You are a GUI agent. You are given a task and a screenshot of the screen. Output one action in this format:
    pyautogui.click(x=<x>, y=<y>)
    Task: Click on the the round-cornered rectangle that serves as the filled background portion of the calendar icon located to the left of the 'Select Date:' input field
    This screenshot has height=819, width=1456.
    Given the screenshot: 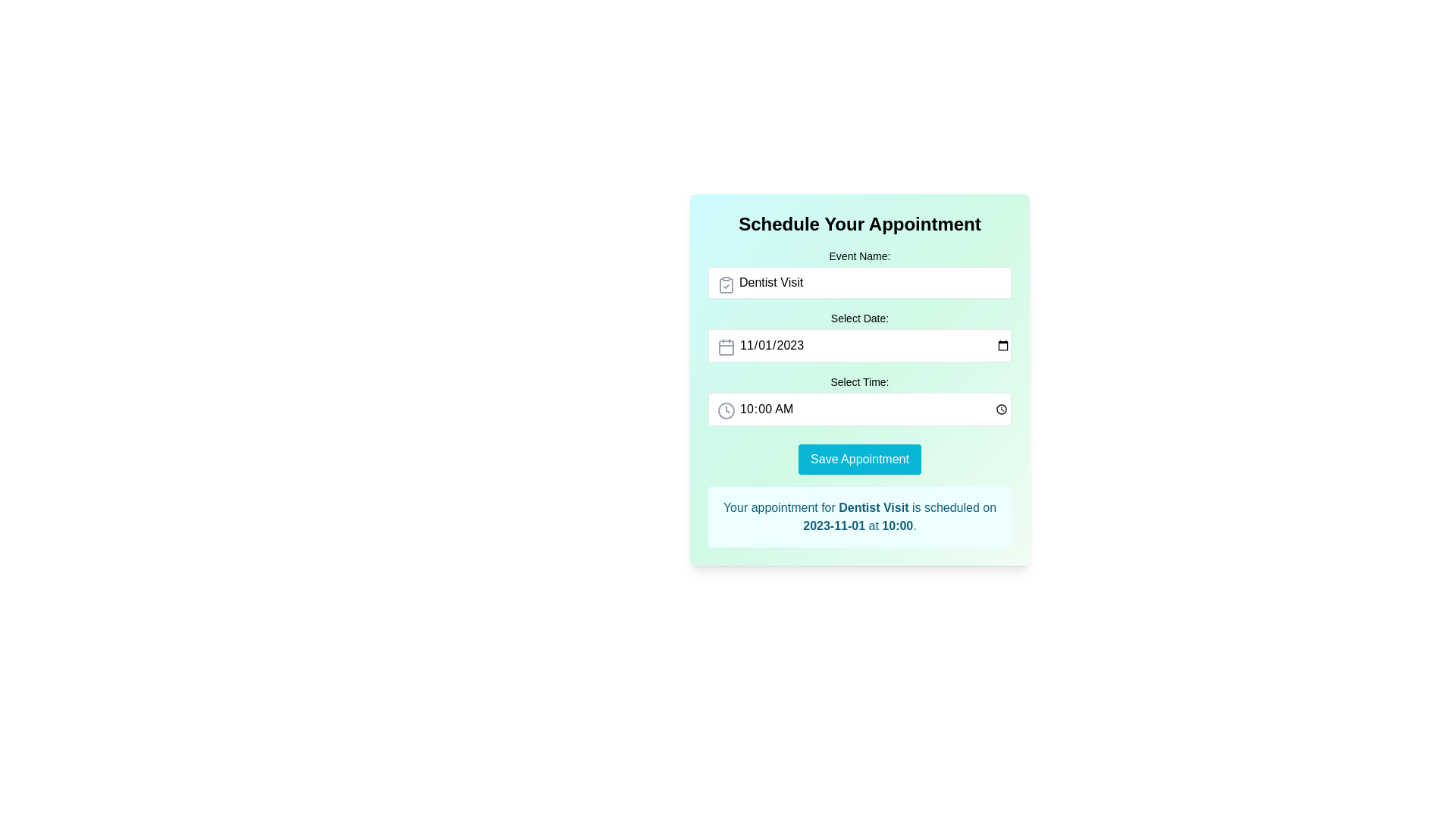 What is the action you would take?
    pyautogui.click(x=726, y=348)
    